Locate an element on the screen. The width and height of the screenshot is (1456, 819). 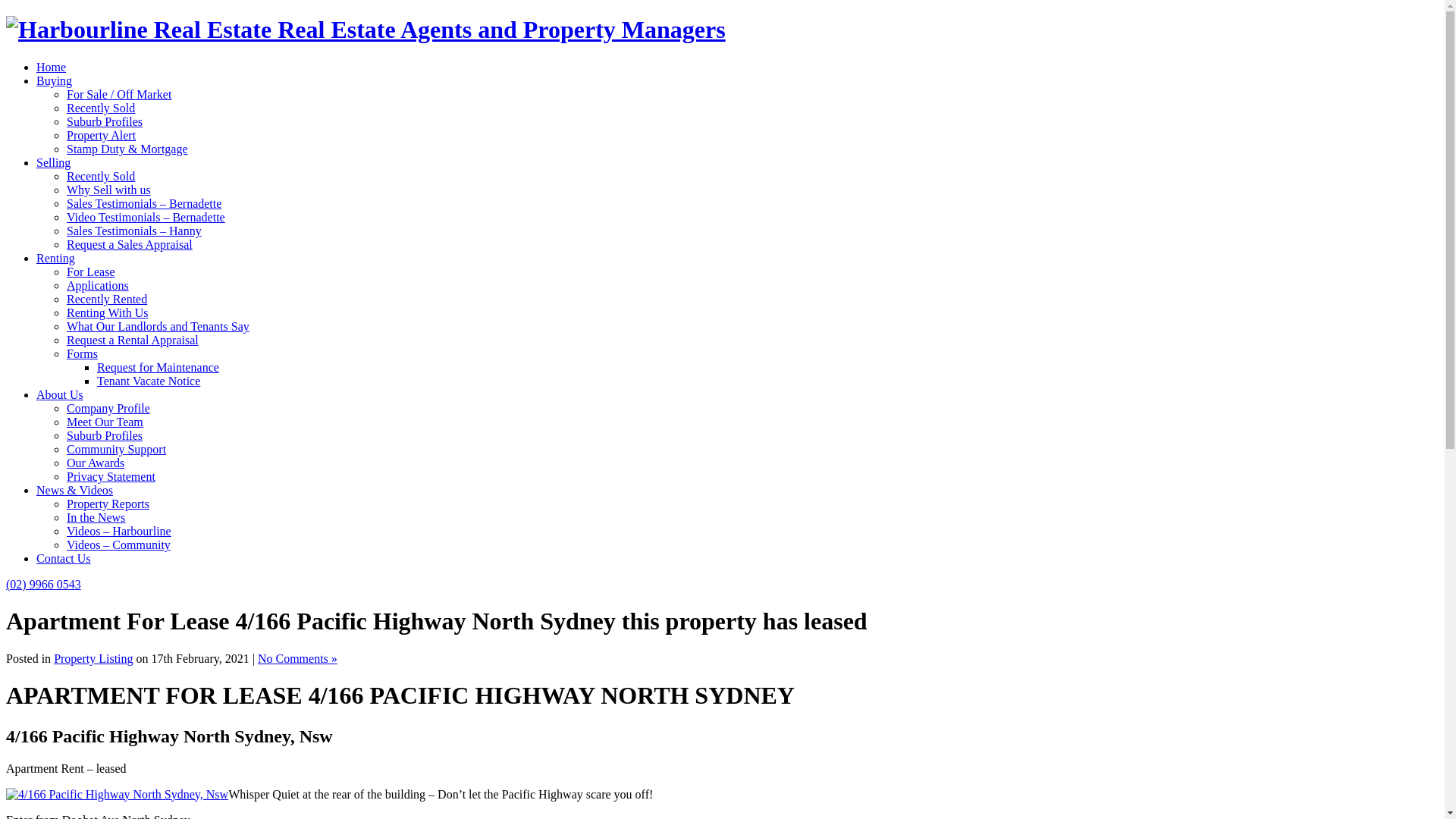
'News & Videos' is located at coordinates (74, 490).